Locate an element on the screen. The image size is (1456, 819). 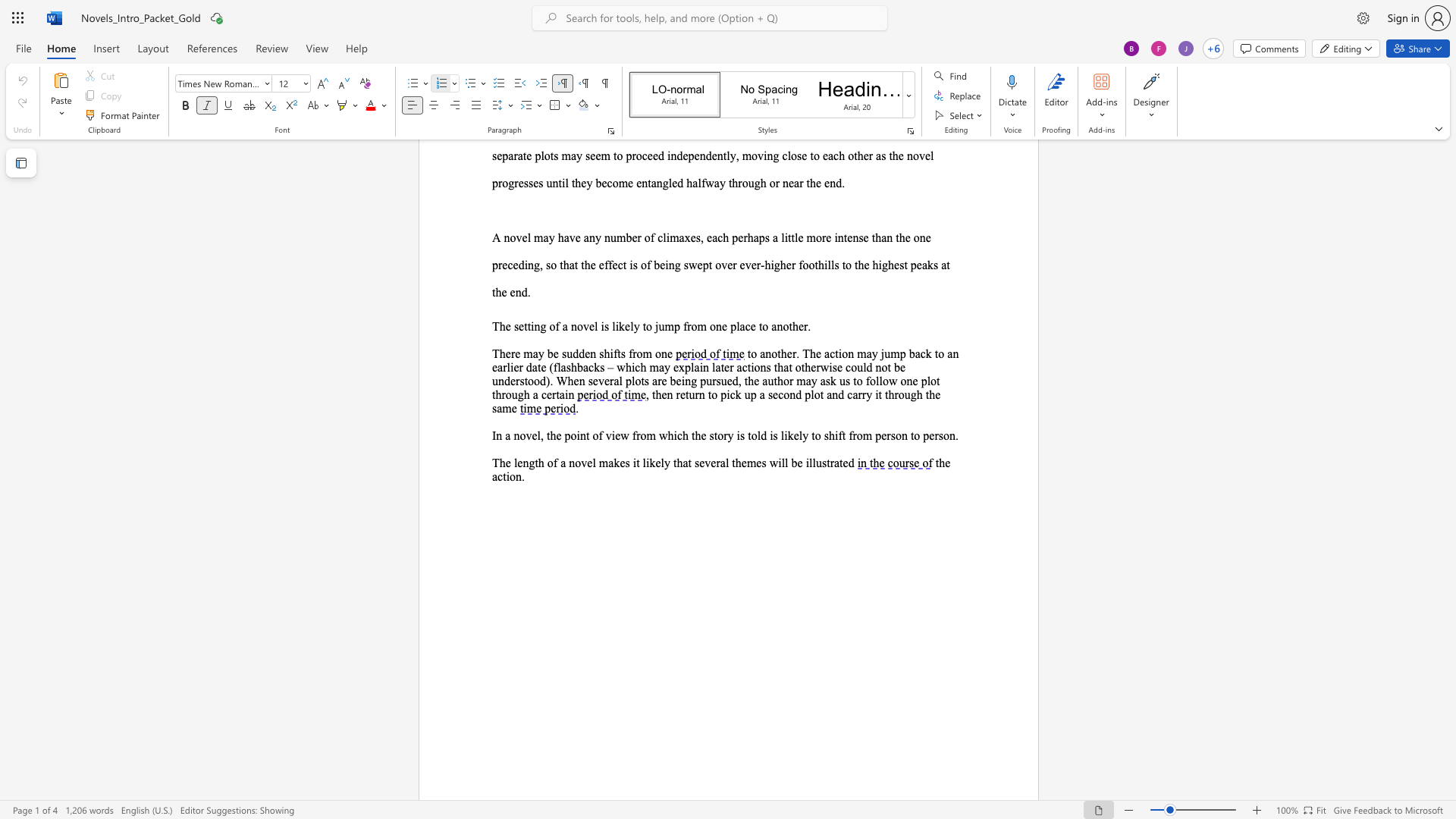
the space between the continuous character "t" and "h" in the text is located at coordinates (938, 462).